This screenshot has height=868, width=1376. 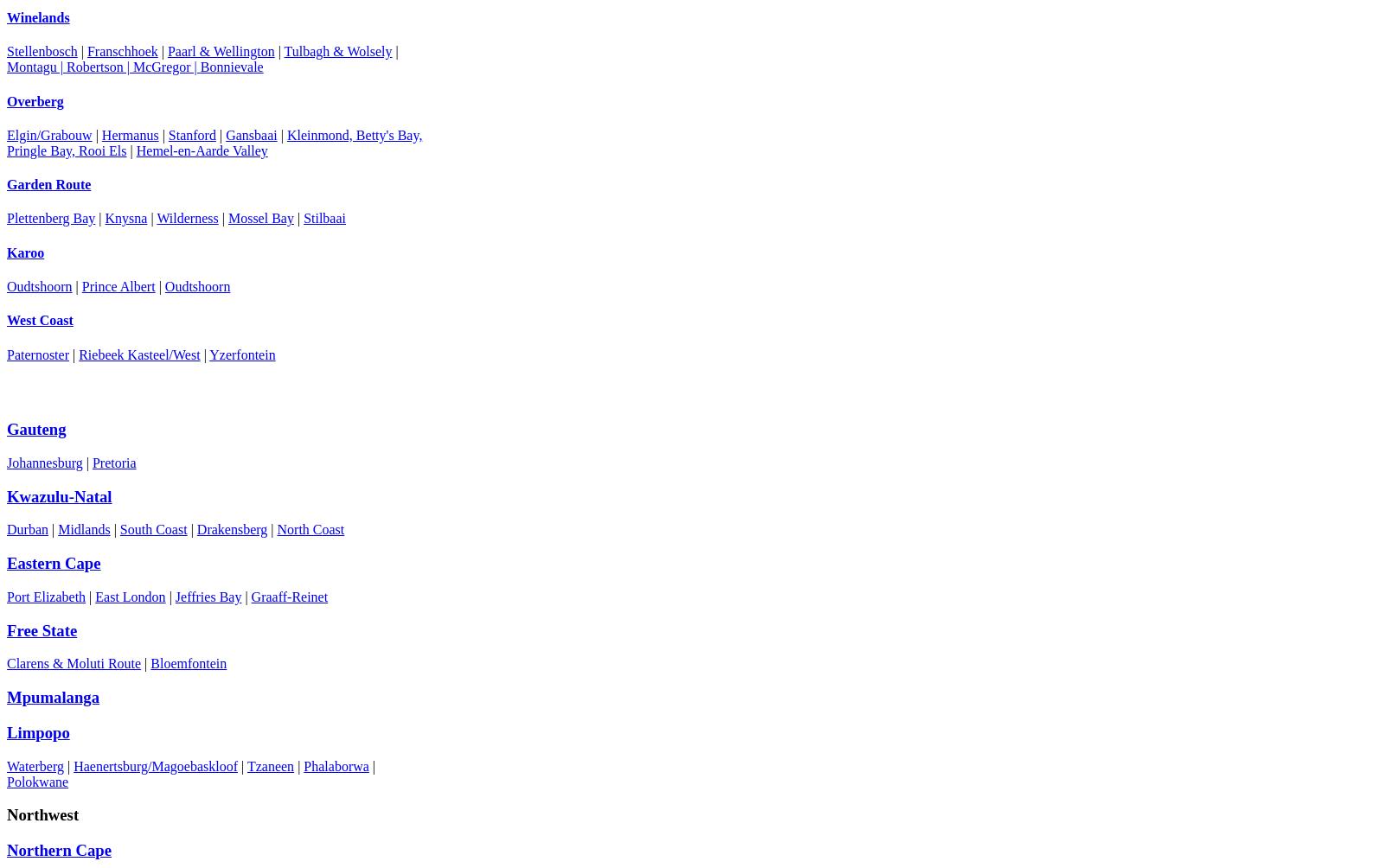 What do you see at coordinates (74, 663) in the screenshot?
I see `'Clarens & Moluti Route'` at bounding box center [74, 663].